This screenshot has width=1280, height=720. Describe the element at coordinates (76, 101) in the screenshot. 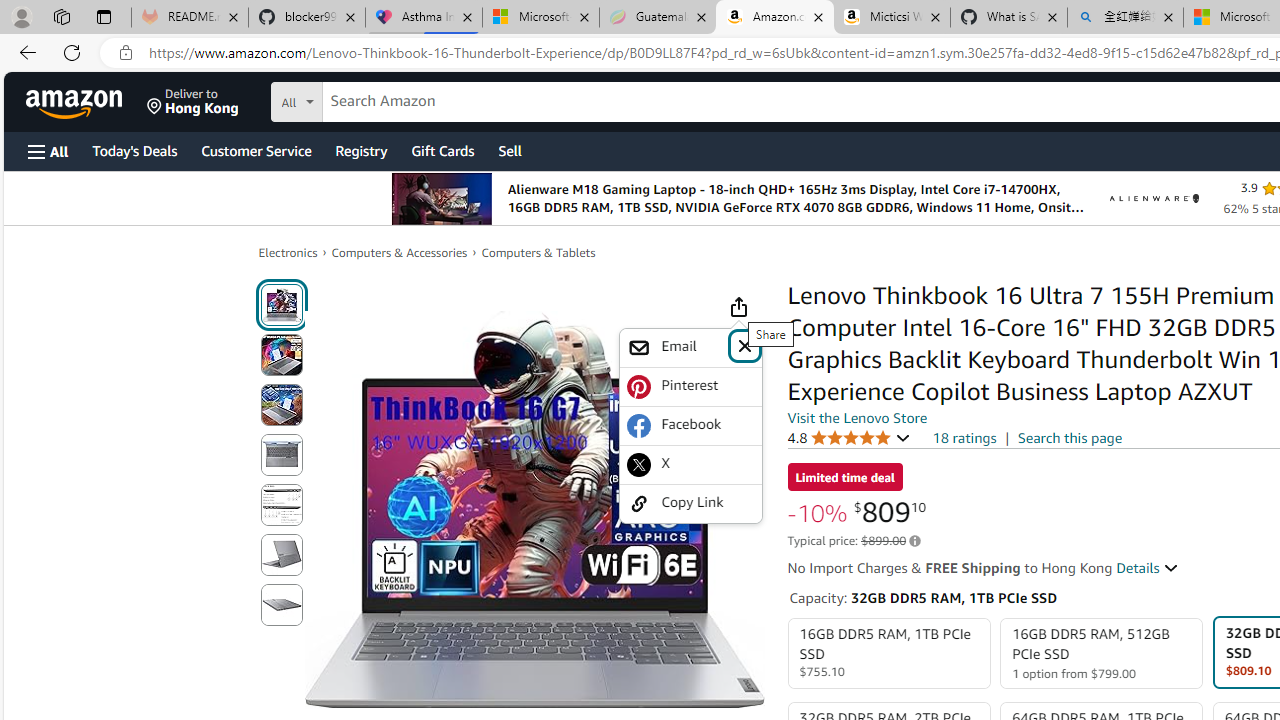

I see `'Amazon'` at that location.